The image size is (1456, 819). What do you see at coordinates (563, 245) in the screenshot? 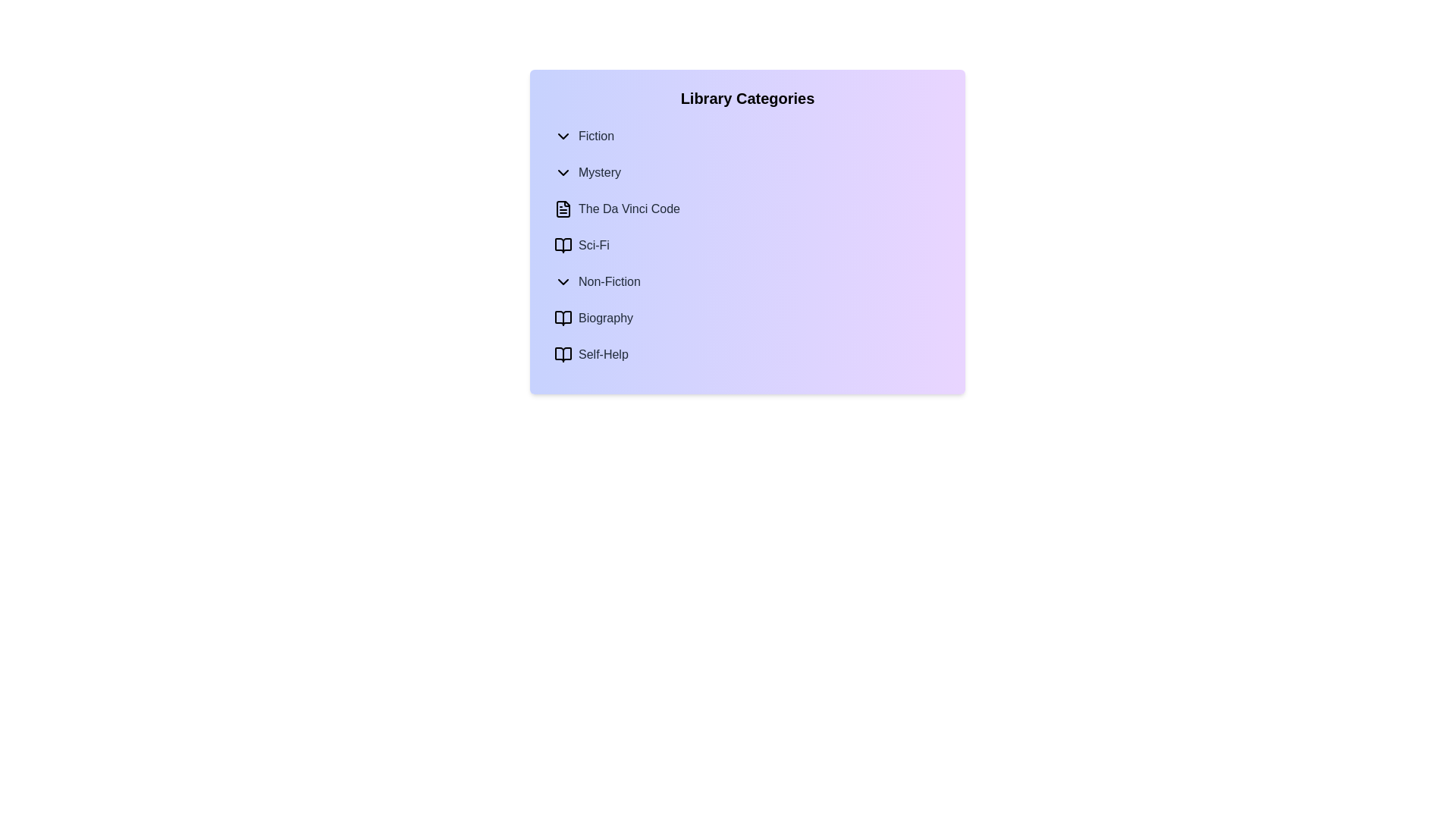
I see `the SVG representation of an open book icon that serves as a visual cue for the 'Sci-Fi' category` at bounding box center [563, 245].